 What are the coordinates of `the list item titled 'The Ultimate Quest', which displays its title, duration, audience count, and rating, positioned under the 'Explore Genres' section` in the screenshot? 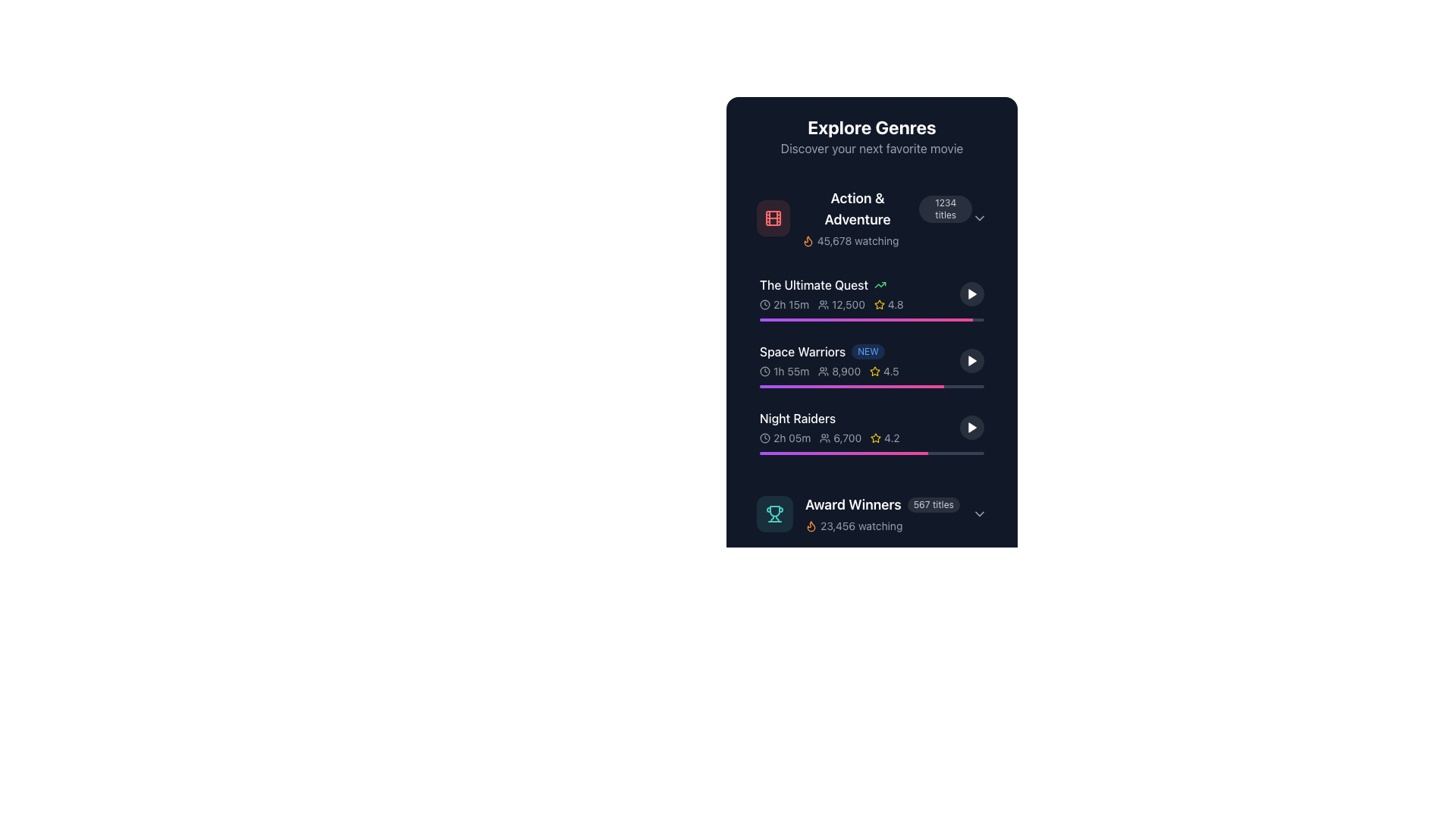 It's located at (859, 294).